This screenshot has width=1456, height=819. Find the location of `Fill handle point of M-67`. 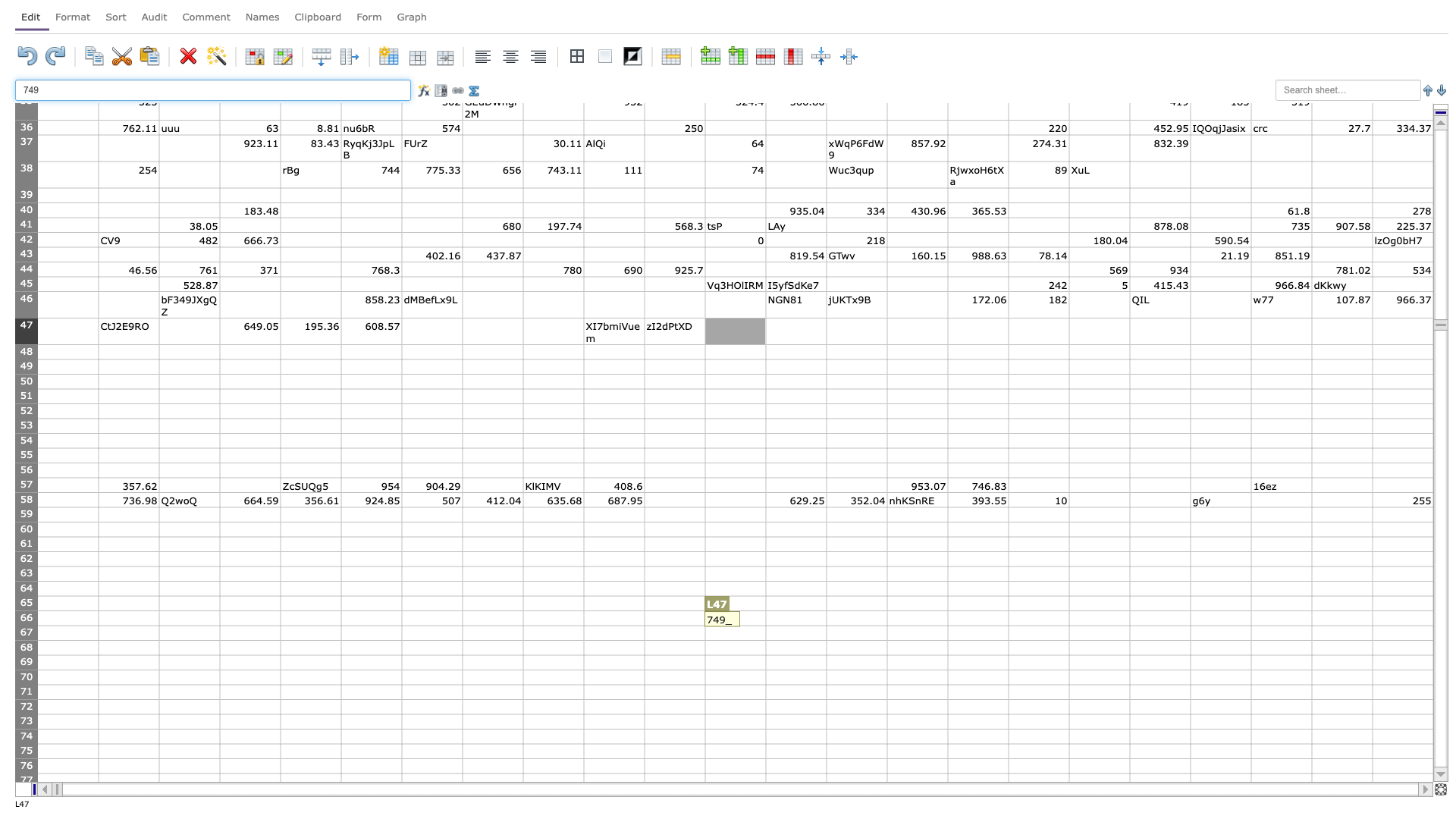

Fill handle point of M-67 is located at coordinates (825, 640).